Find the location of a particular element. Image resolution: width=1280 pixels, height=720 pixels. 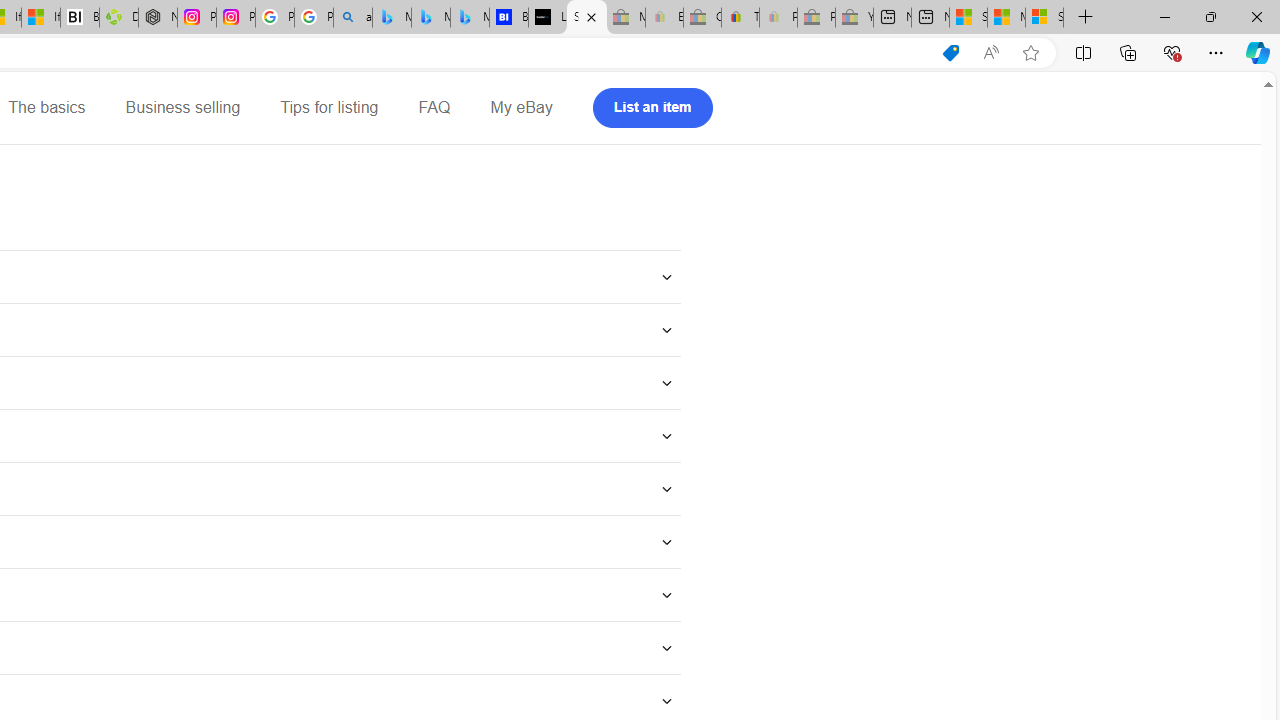

'Shanghai, China hourly forecast | Microsoft Weather' is located at coordinates (968, 17).